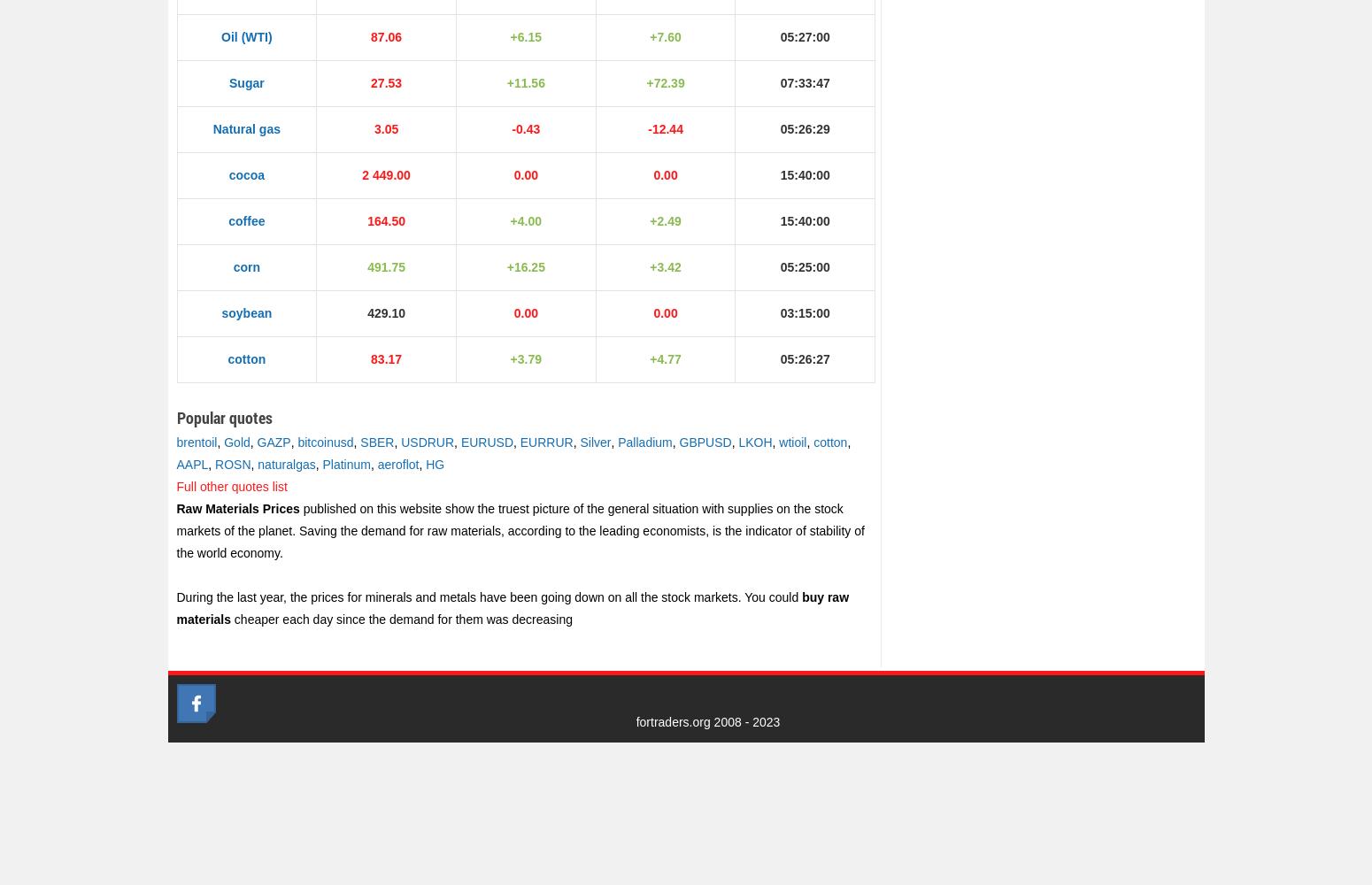 Image resolution: width=1372 pixels, height=885 pixels. I want to click on 'SBER', so click(376, 442).